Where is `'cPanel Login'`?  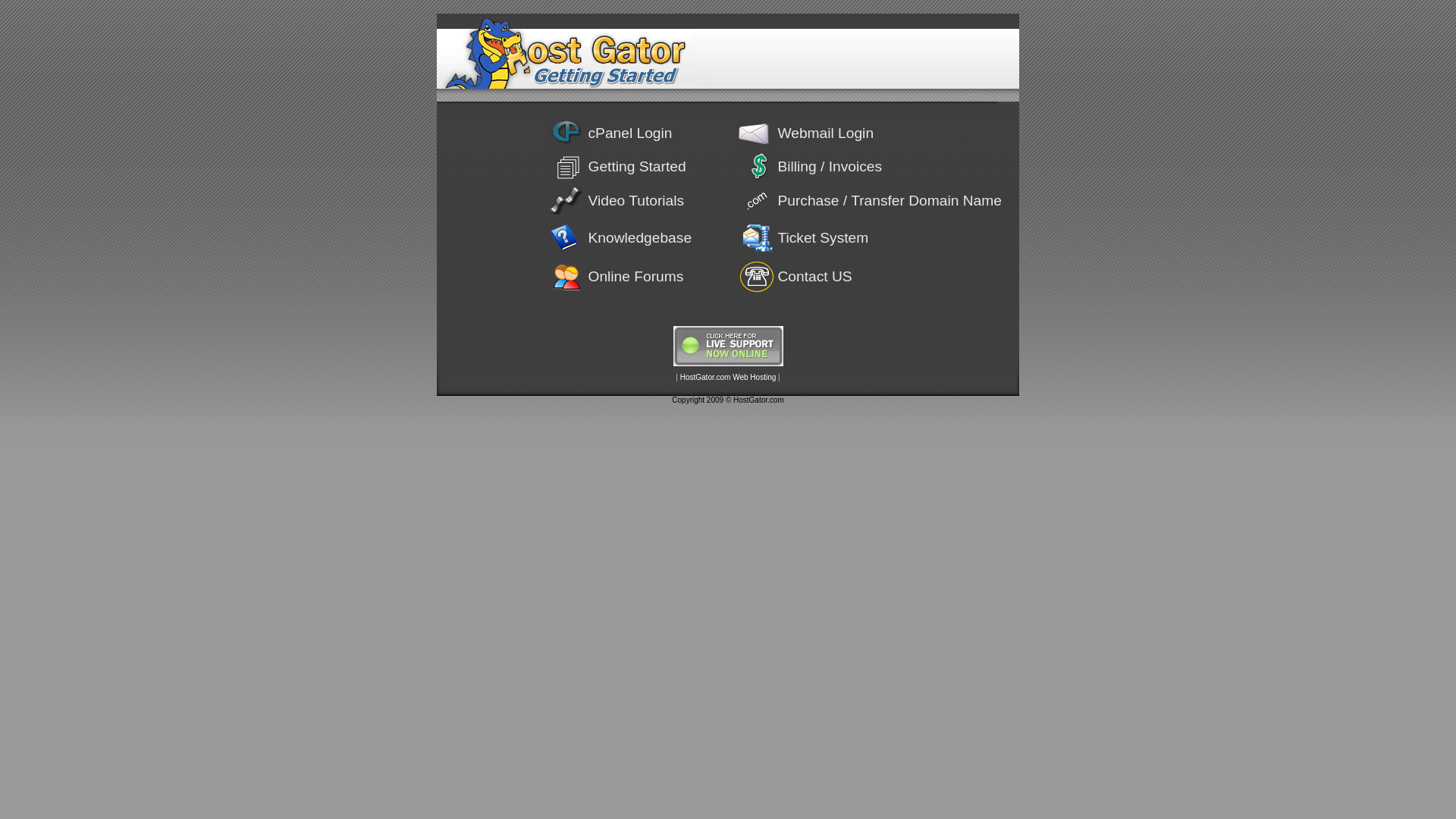
'cPanel Login' is located at coordinates (630, 132).